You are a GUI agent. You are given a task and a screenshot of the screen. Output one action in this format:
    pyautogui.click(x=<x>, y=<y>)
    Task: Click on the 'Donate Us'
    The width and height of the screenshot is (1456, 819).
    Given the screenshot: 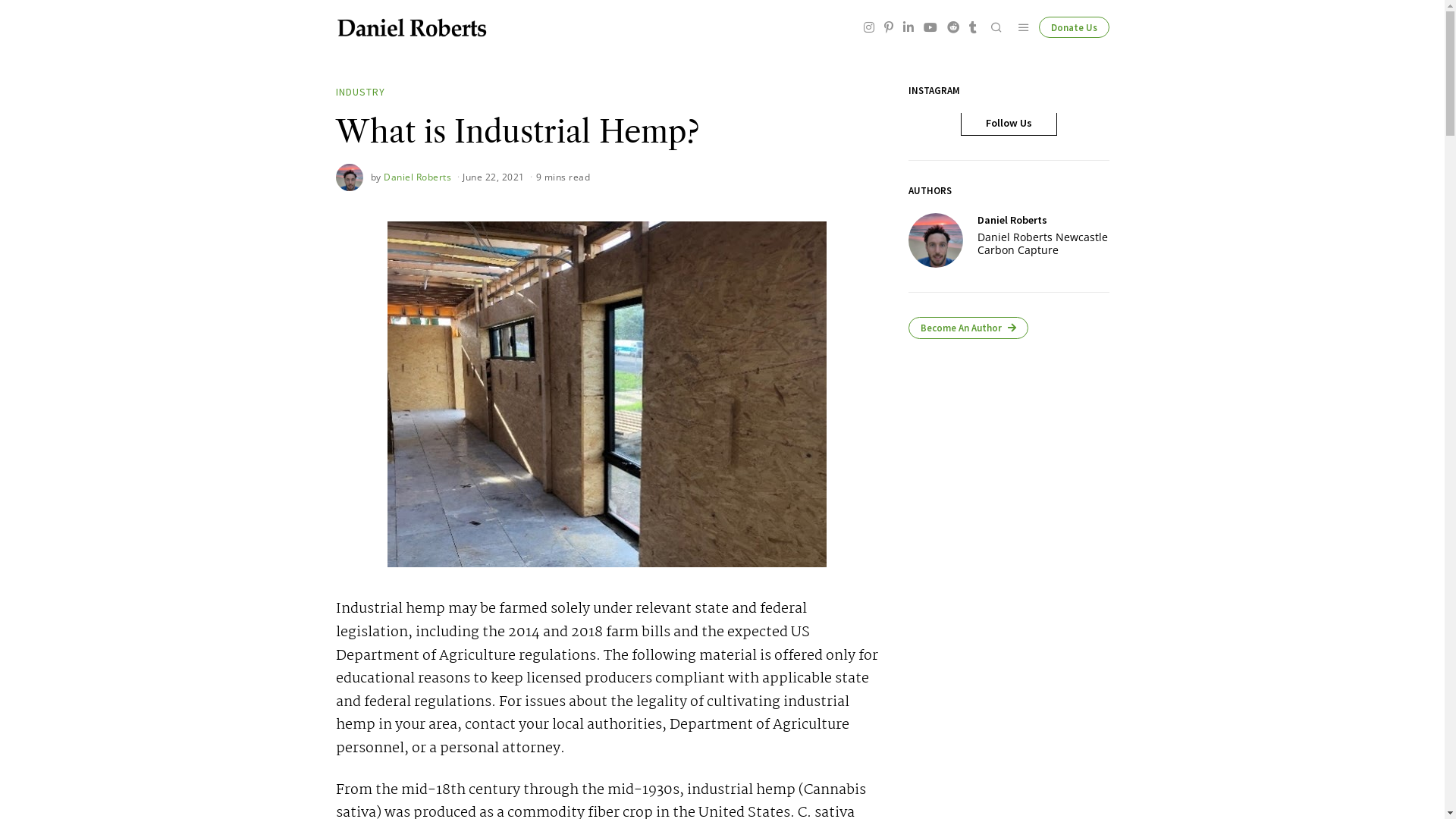 What is the action you would take?
    pyautogui.click(x=1037, y=27)
    